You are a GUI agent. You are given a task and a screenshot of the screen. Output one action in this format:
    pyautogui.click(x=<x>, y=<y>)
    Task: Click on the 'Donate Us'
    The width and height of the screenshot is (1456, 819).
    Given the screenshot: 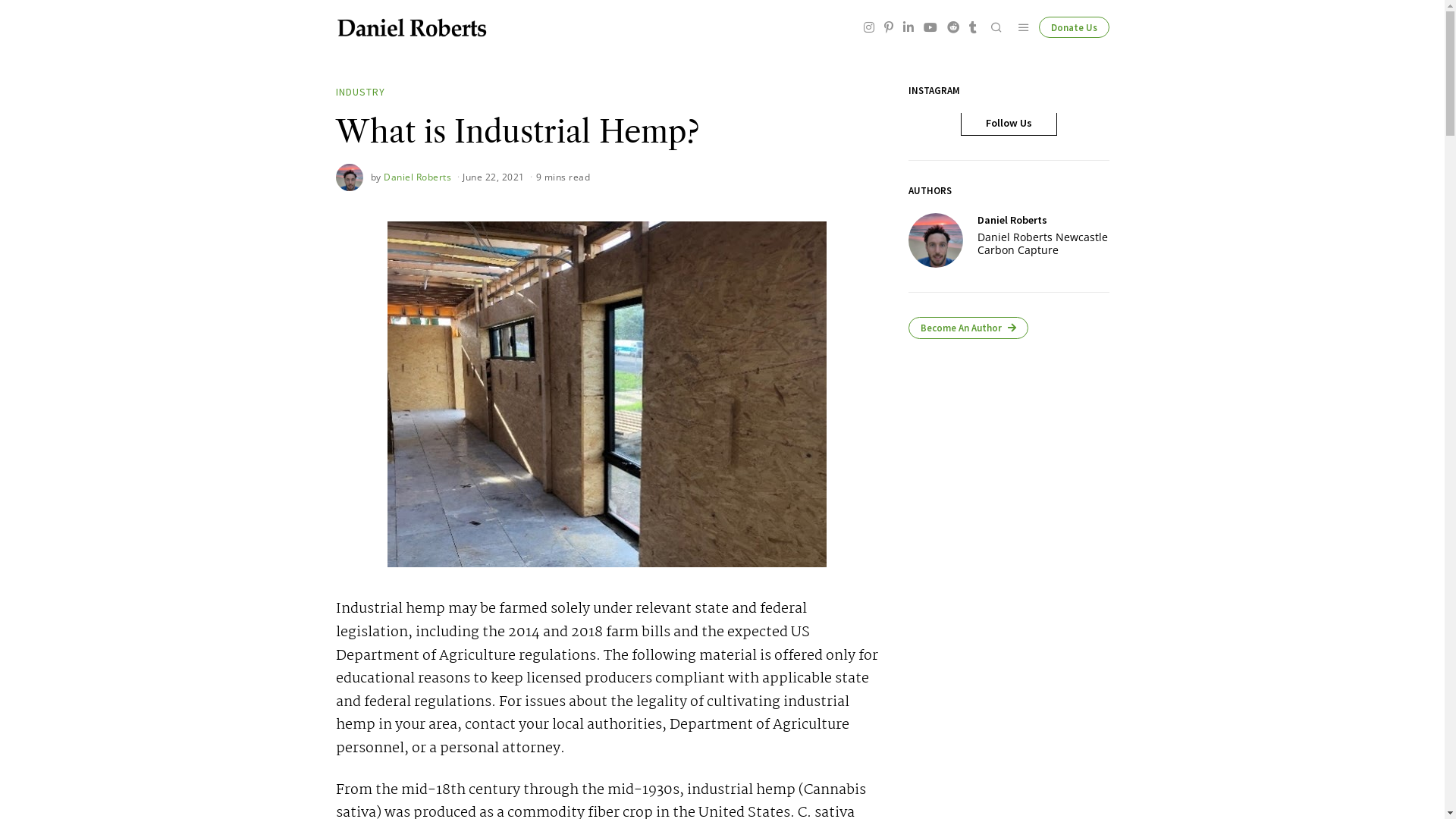 What is the action you would take?
    pyautogui.click(x=1037, y=27)
    